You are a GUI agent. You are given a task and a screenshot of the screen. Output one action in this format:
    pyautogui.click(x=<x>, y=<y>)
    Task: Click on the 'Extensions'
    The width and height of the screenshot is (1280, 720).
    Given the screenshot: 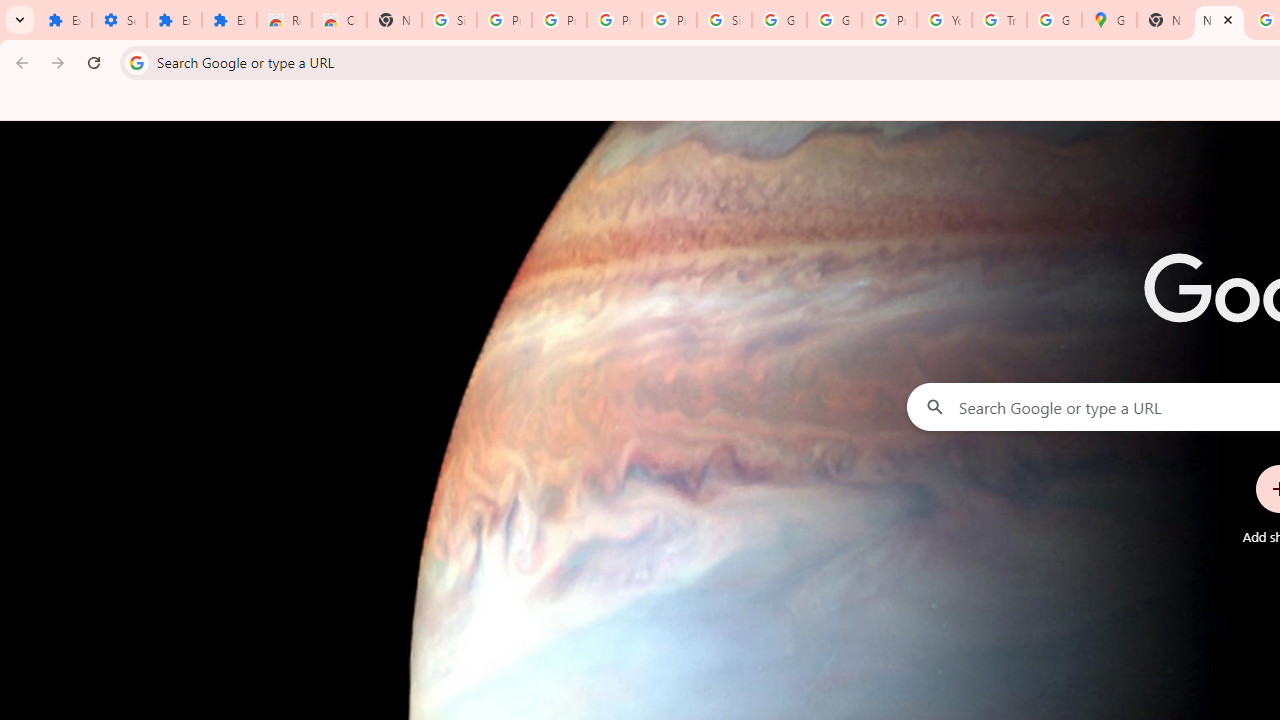 What is the action you would take?
    pyautogui.click(x=229, y=20)
    